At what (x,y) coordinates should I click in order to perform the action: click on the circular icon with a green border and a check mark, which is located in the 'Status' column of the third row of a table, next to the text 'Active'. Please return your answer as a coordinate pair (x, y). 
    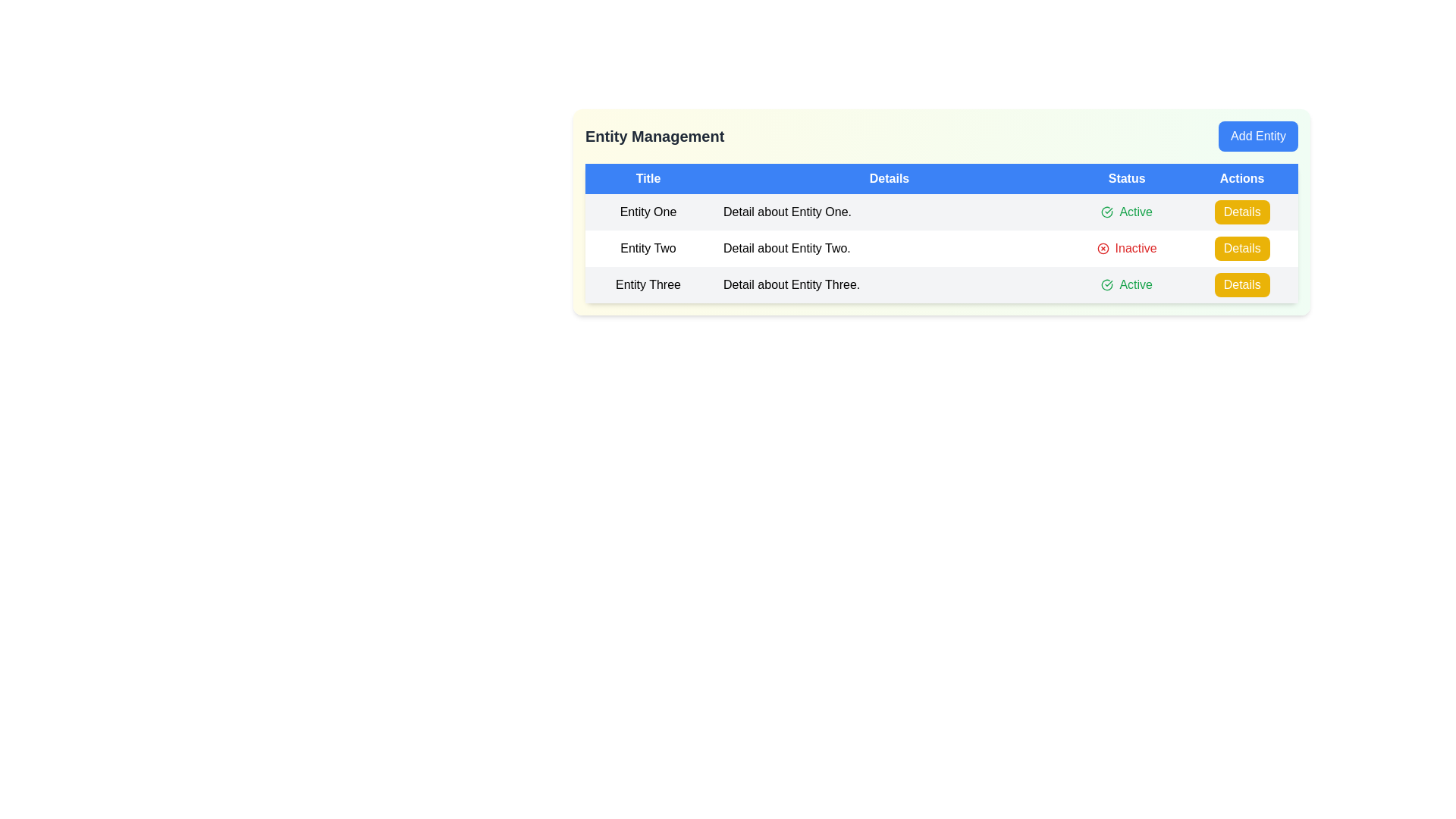
    Looking at the image, I should click on (1107, 284).